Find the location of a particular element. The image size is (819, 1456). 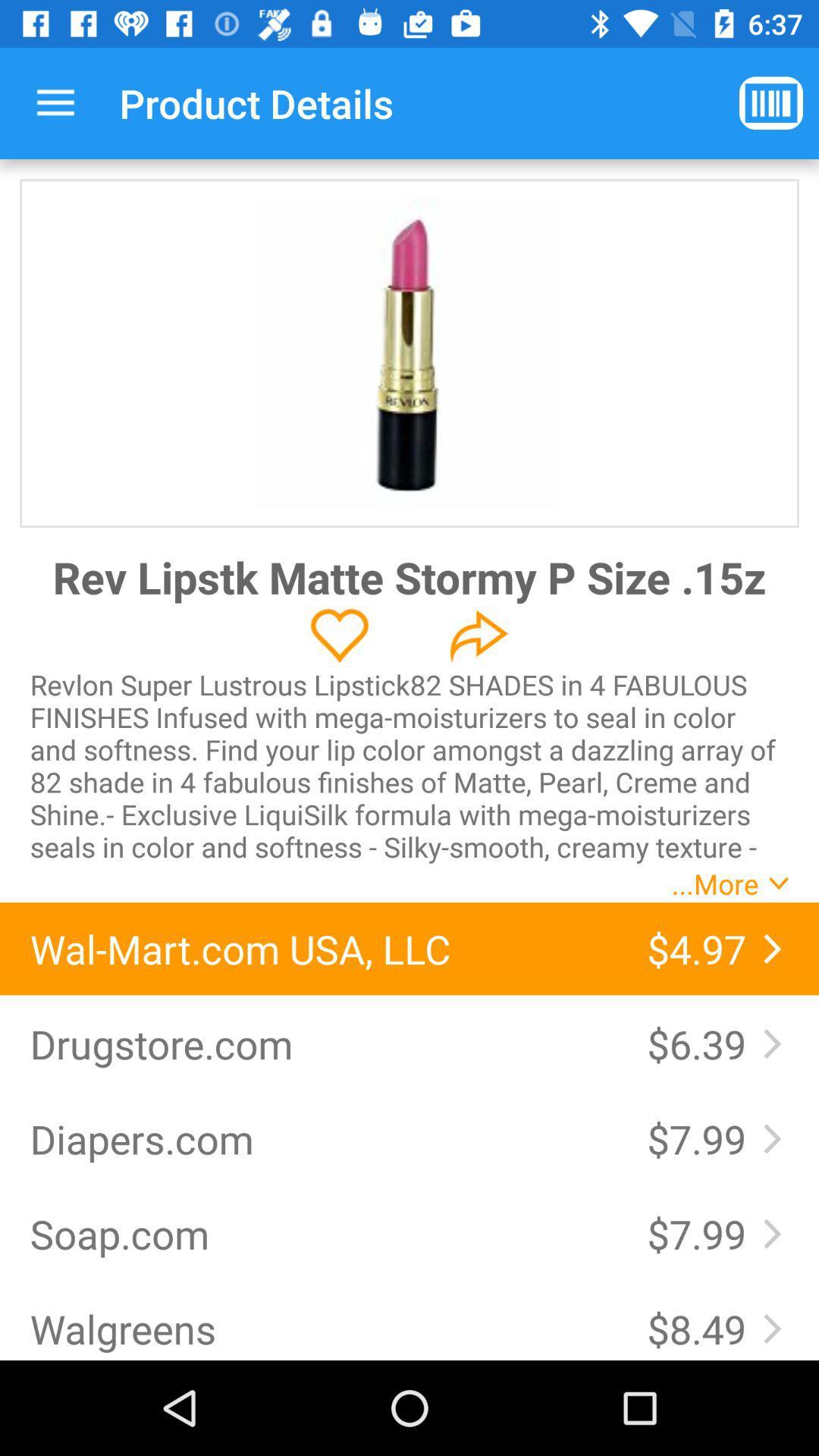

the favorite icon is located at coordinates (339, 635).